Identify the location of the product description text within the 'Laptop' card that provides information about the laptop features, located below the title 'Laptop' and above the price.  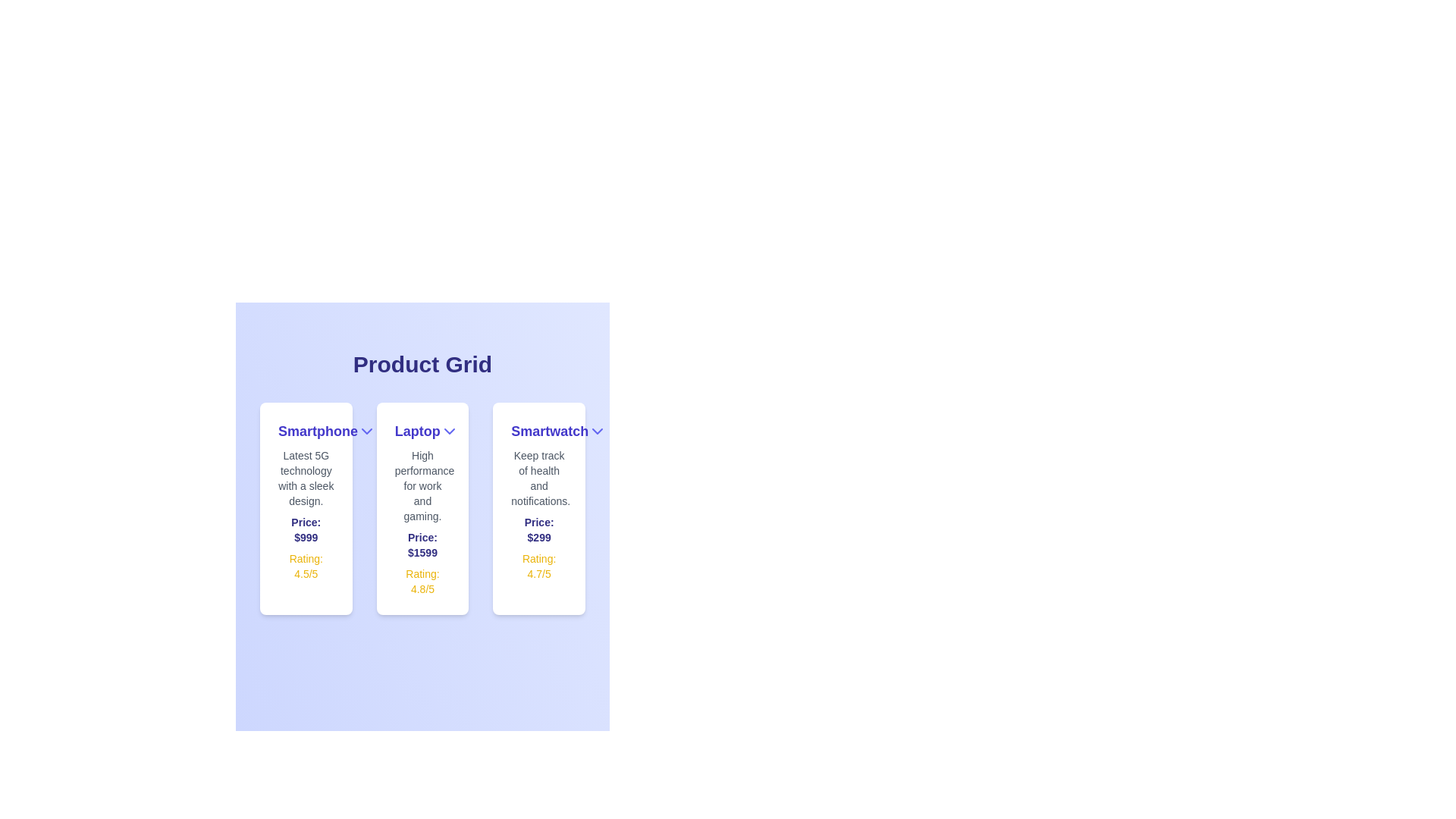
(422, 485).